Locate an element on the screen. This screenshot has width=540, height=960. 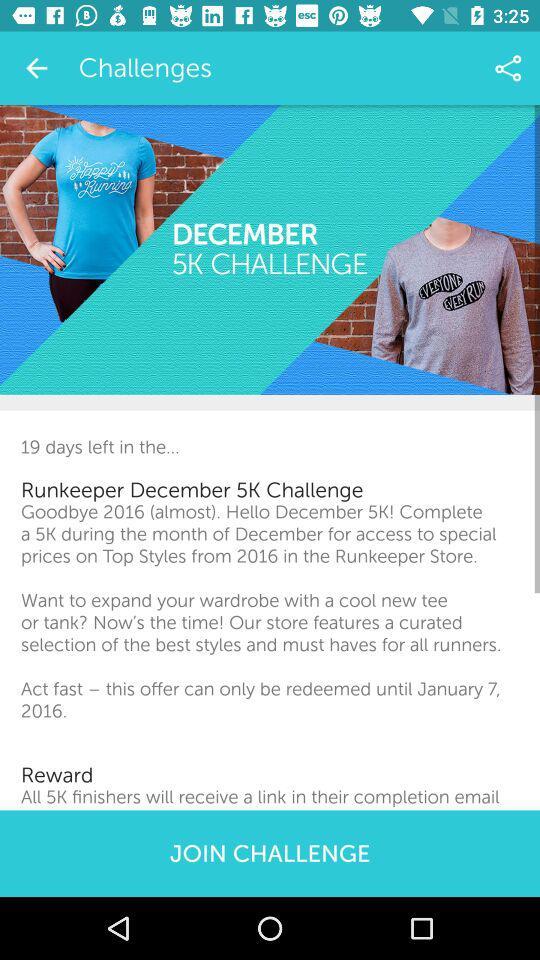
item next to the challenges is located at coordinates (508, 68).